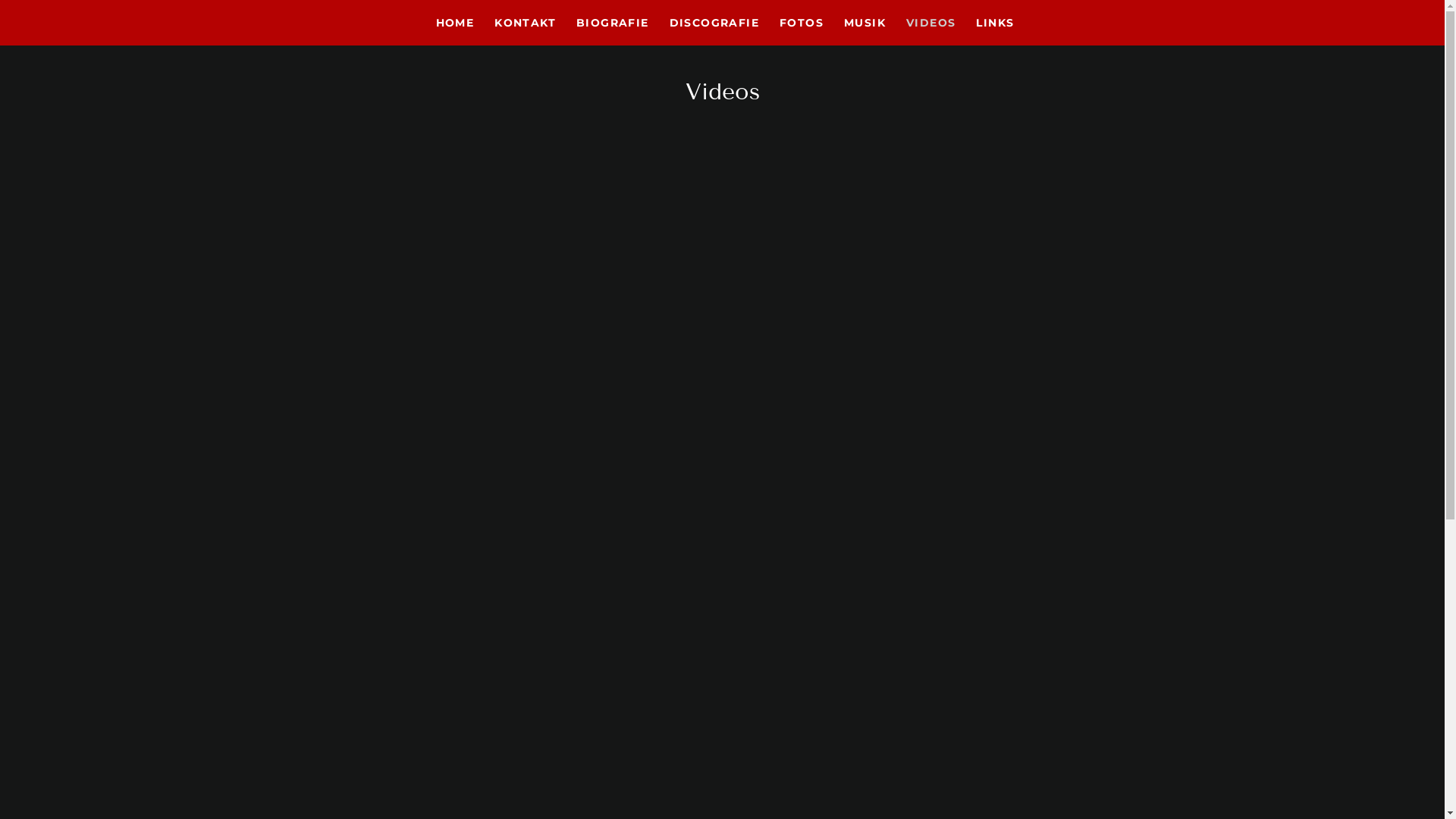 This screenshot has height=819, width=1456. What do you see at coordinates (425, 23) in the screenshot?
I see `'HOME'` at bounding box center [425, 23].